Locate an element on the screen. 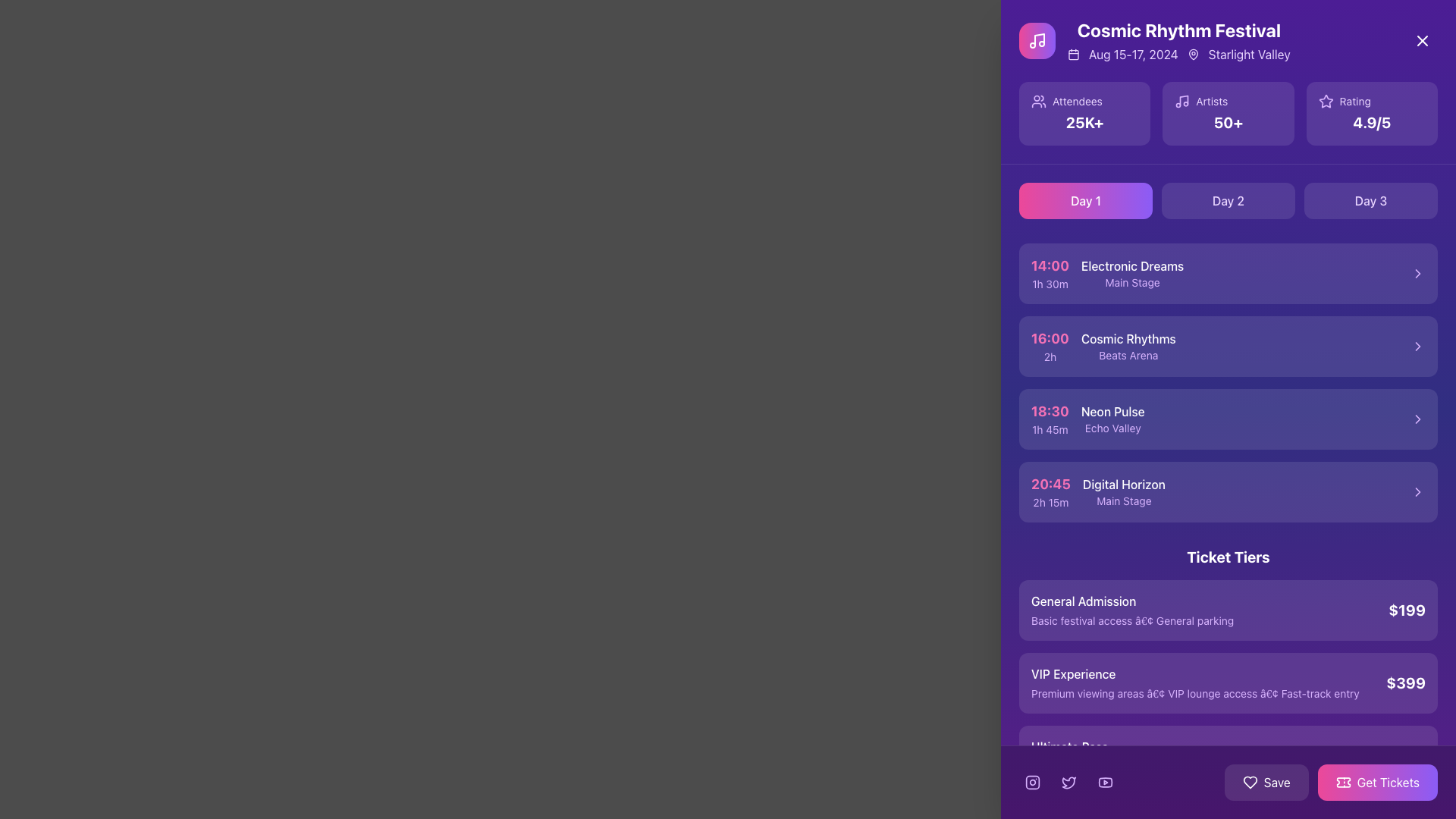 The height and width of the screenshot is (819, 1456). the text displaying '14:00' in bold, pink font, located at the top of the first event entry in the event schedule list, above the title 'Electronic Dreams' is located at coordinates (1049, 265).